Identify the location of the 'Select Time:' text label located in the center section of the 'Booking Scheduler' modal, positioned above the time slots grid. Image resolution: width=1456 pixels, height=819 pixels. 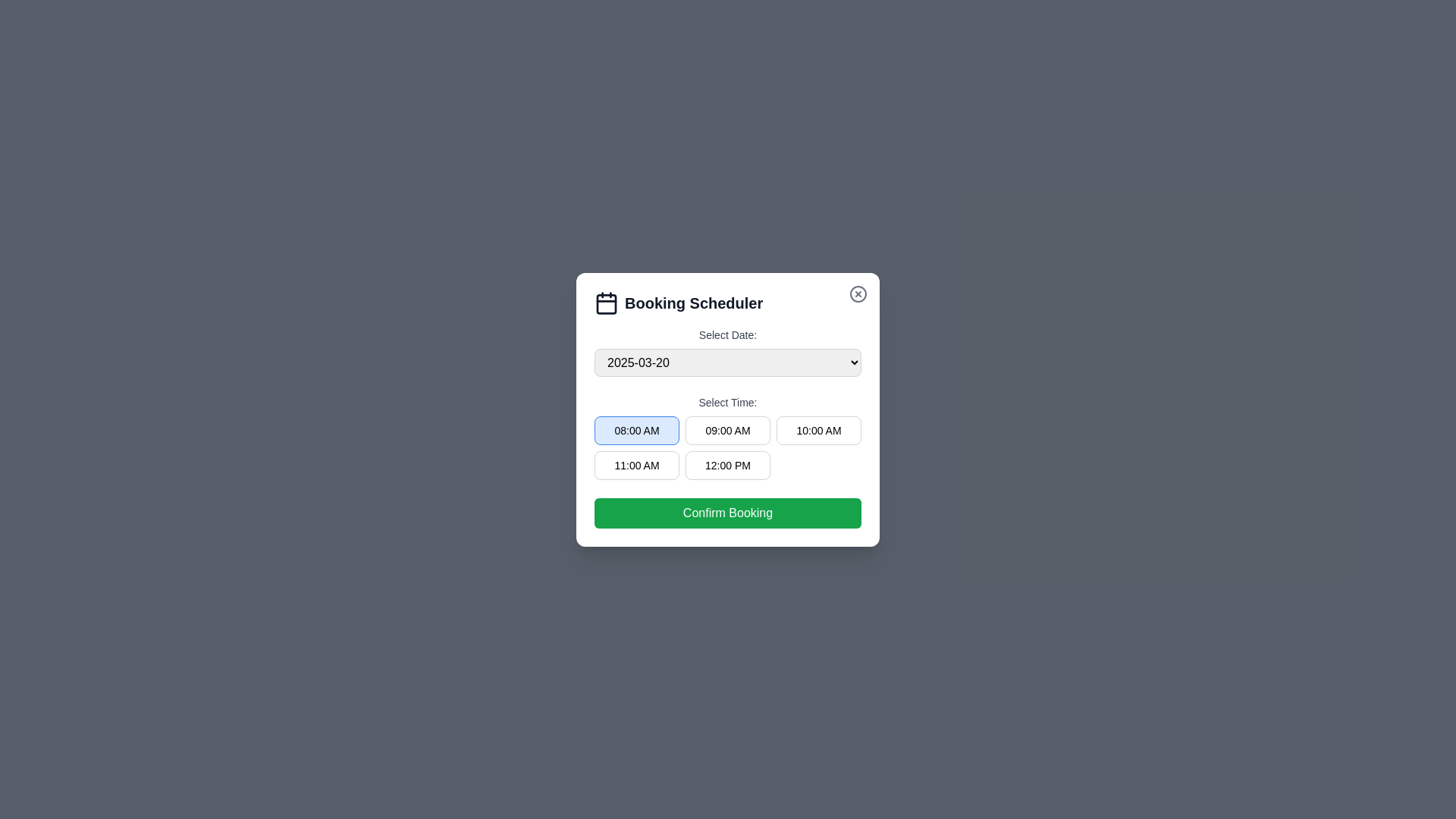
(728, 401).